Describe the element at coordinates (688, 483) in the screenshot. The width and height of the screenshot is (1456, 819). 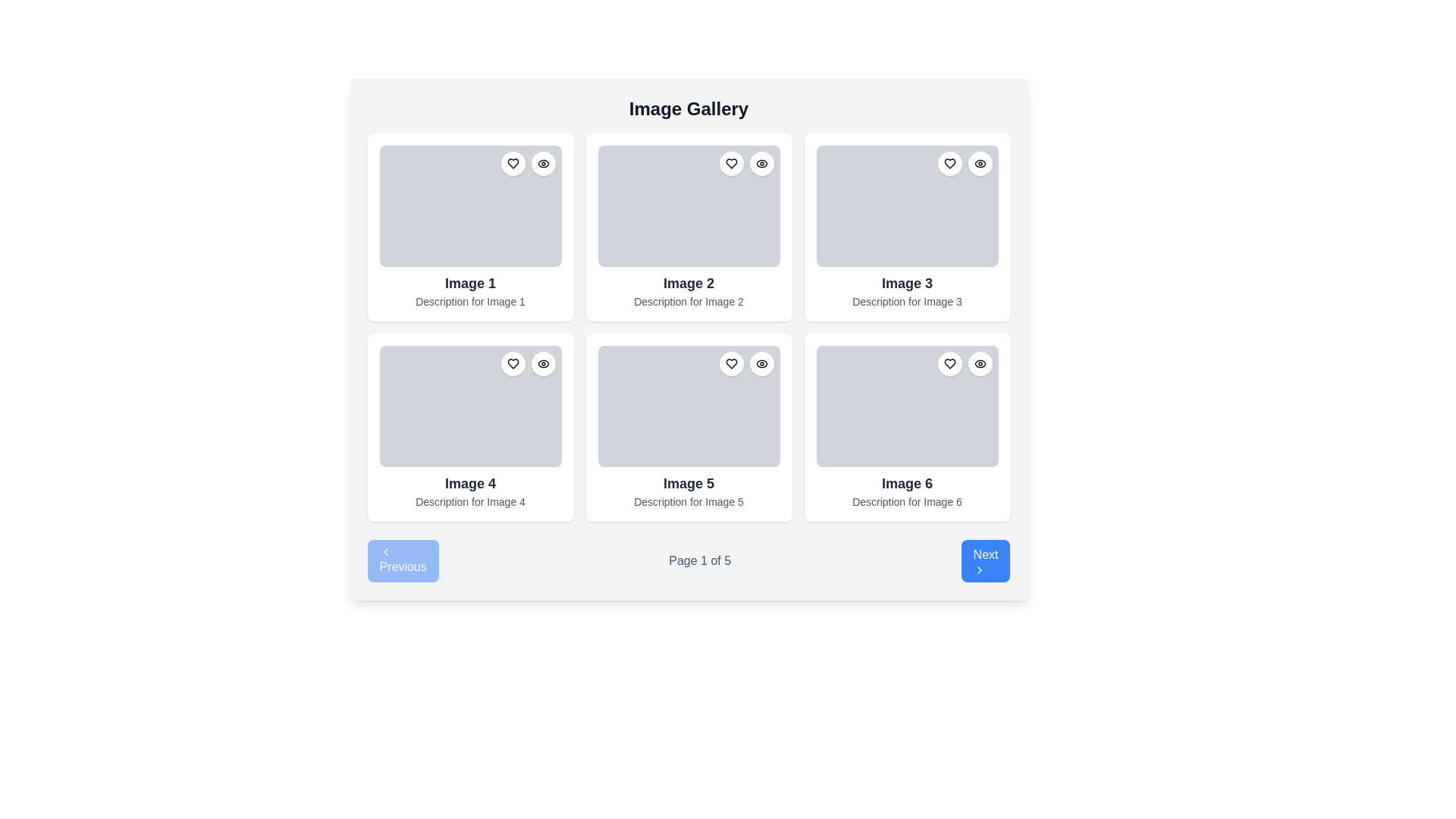
I see `text element labeled 'Image 5' which is styled with bold typography and located in the fifth card of the image gallery grid` at that location.